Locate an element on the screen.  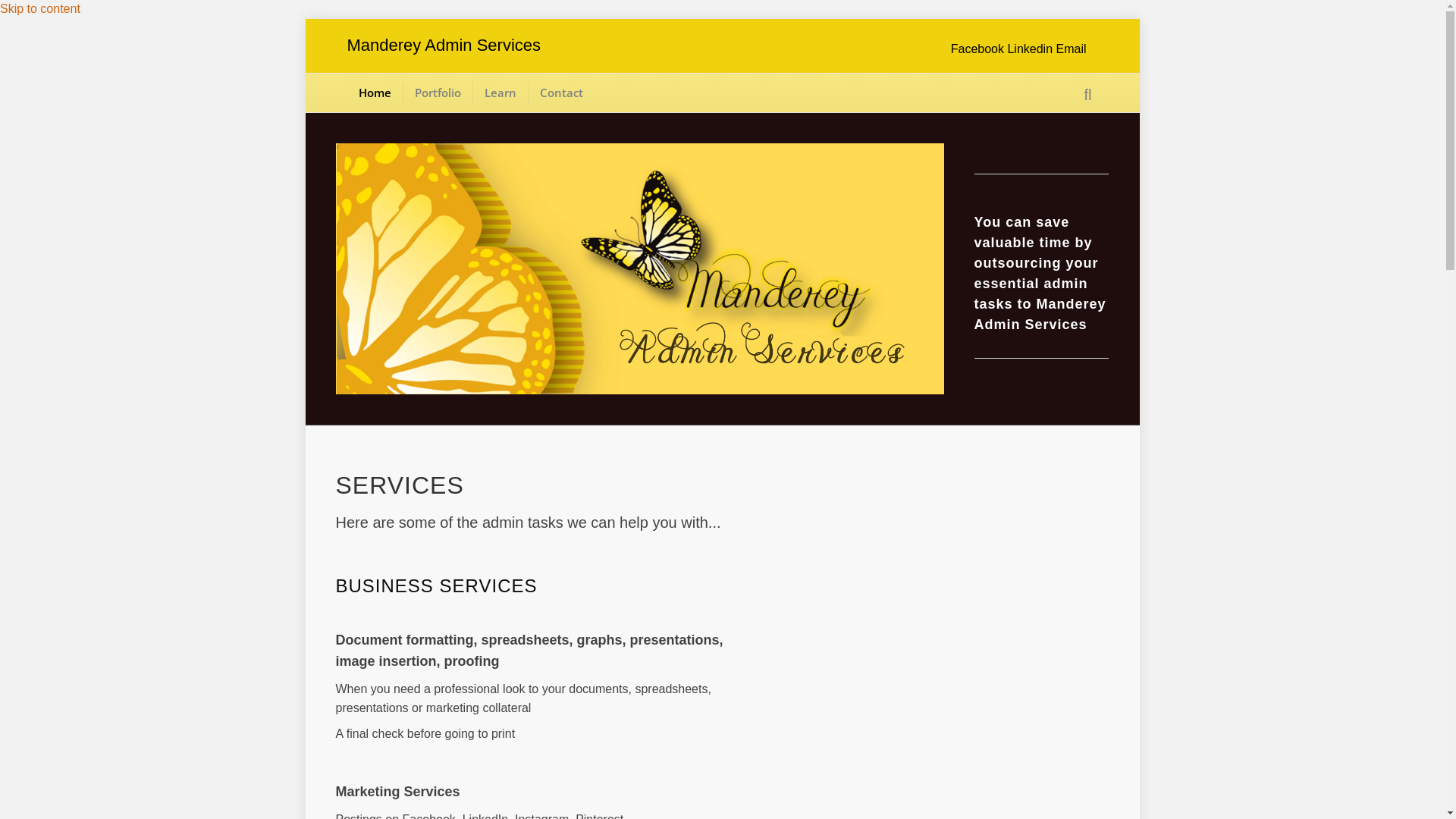
'Portfolio' is located at coordinates (437, 93).